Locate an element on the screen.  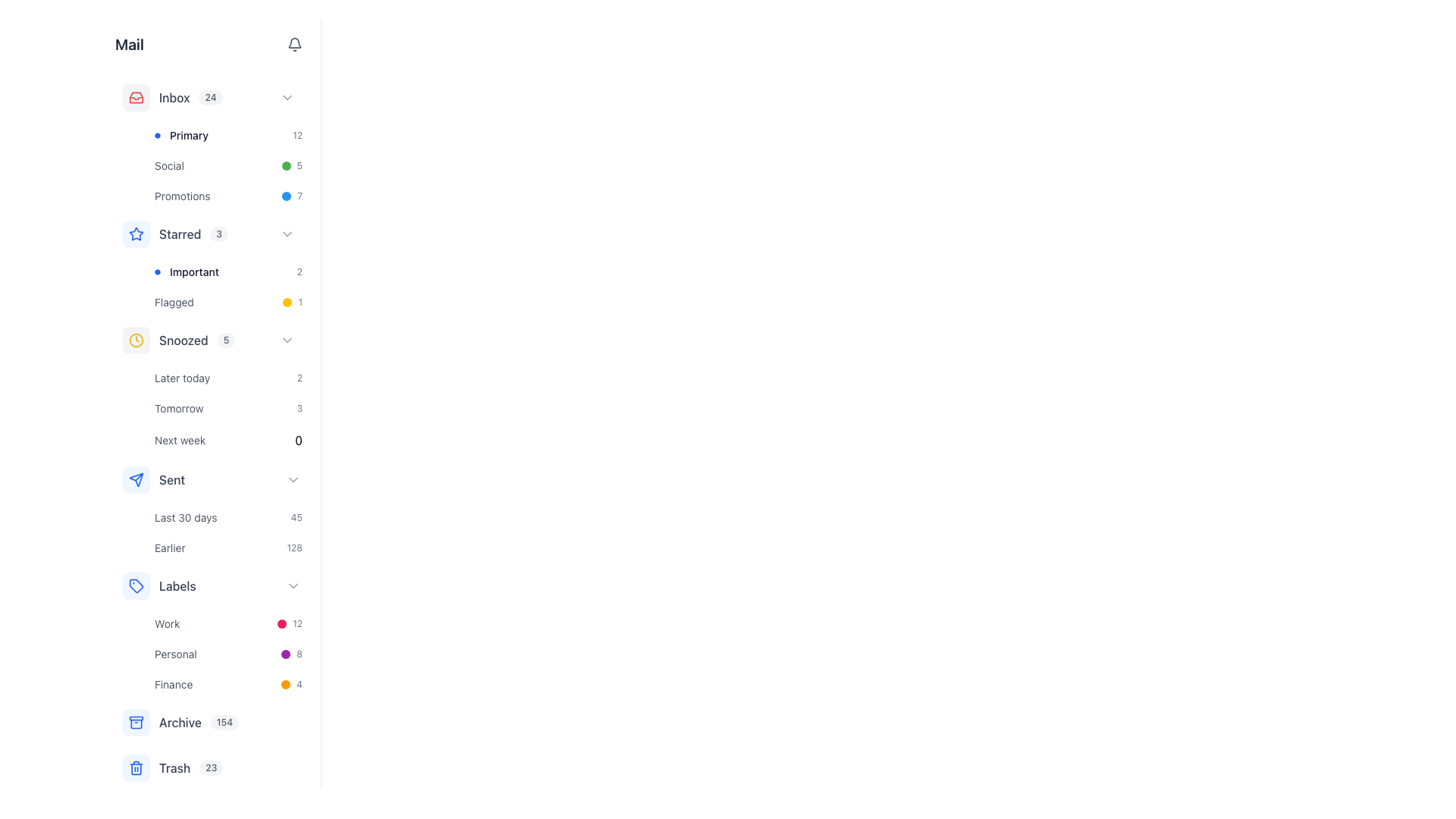
the 'Finance' category button, the third item in the vertically stacked list of categories under 'Labels' is located at coordinates (227, 684).